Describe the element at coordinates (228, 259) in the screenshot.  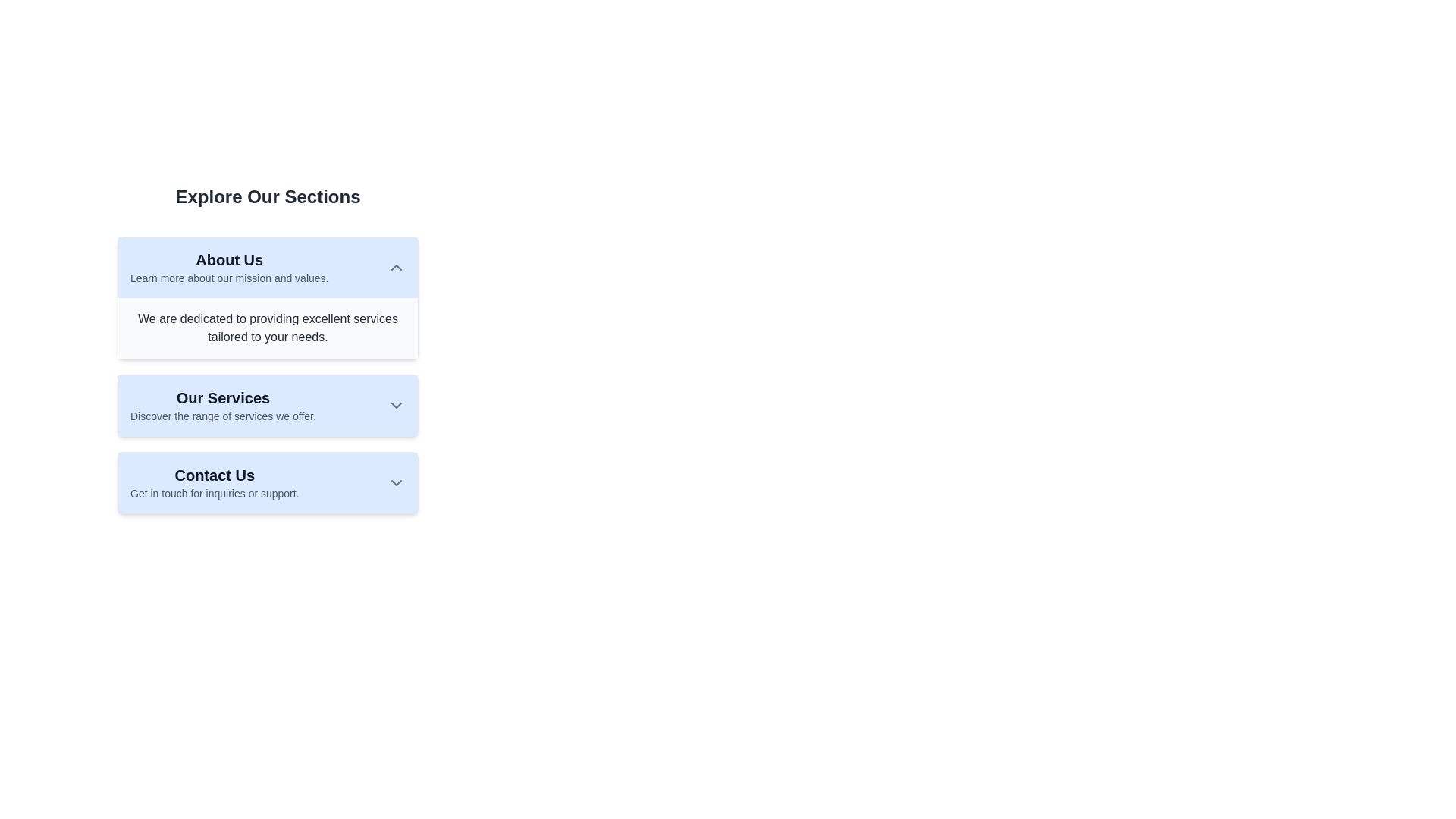
I see `the 'About Us' header text label, which serves as a non-interactive visual marker for the section, positioned above the smaller text 'Learn more about our mission and values.' and below the main header 'Explore Our Sections.'` at that location.